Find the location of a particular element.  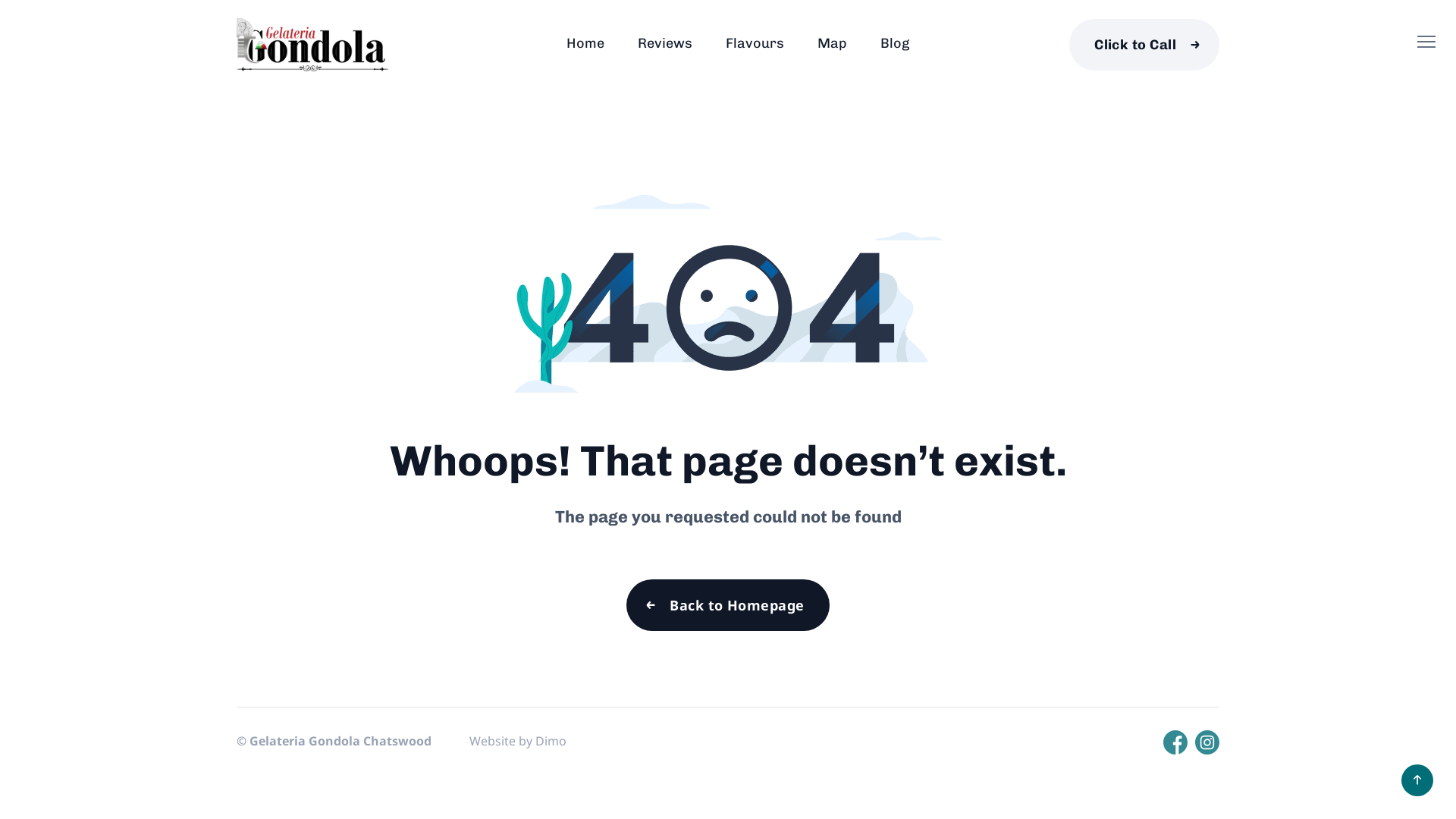

'Website by Dimo' is located at coordinates (517, 739).